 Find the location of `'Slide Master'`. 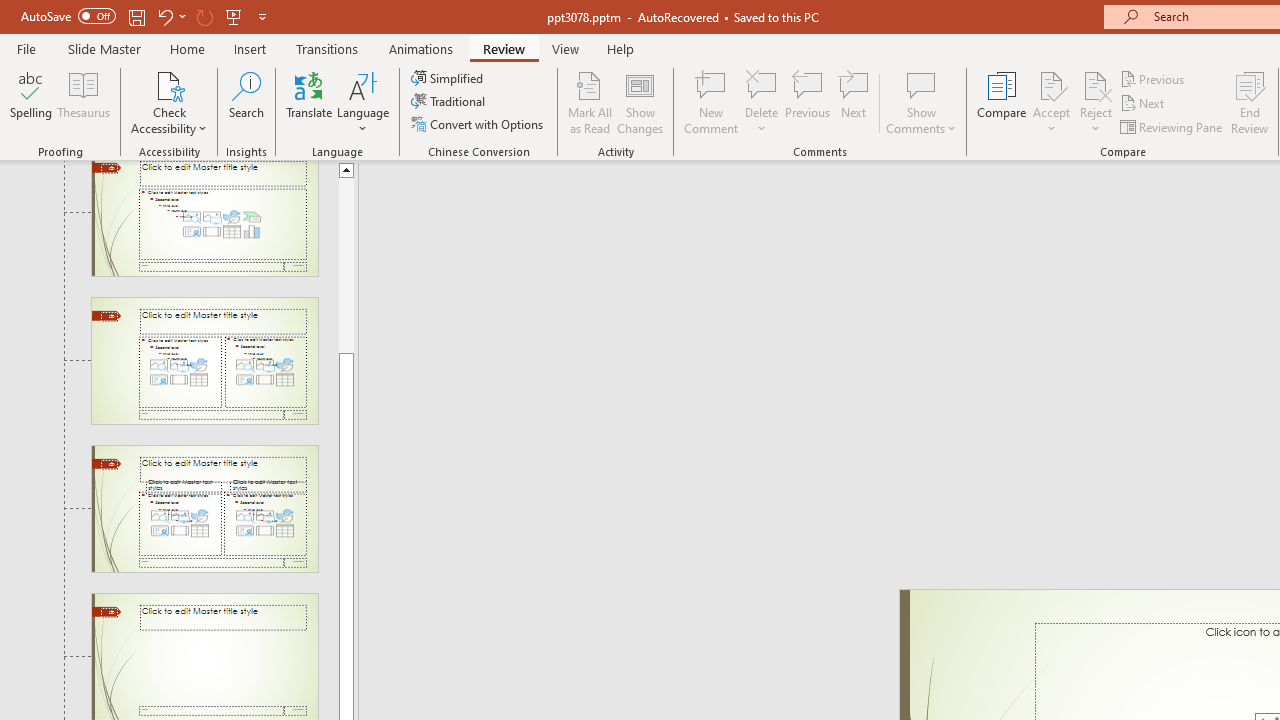

'Slide Master' is located at coordinates (103, 48).